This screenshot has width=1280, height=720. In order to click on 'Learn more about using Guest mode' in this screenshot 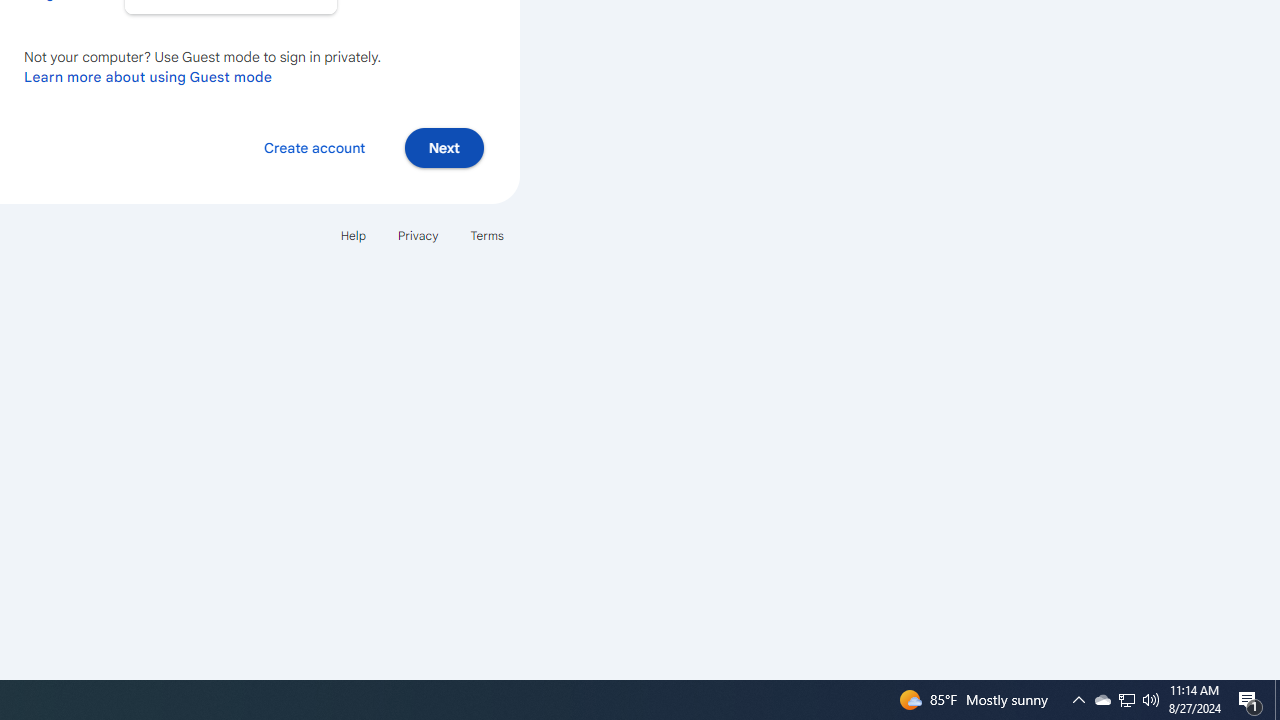, I will do `click(147, 75)`.